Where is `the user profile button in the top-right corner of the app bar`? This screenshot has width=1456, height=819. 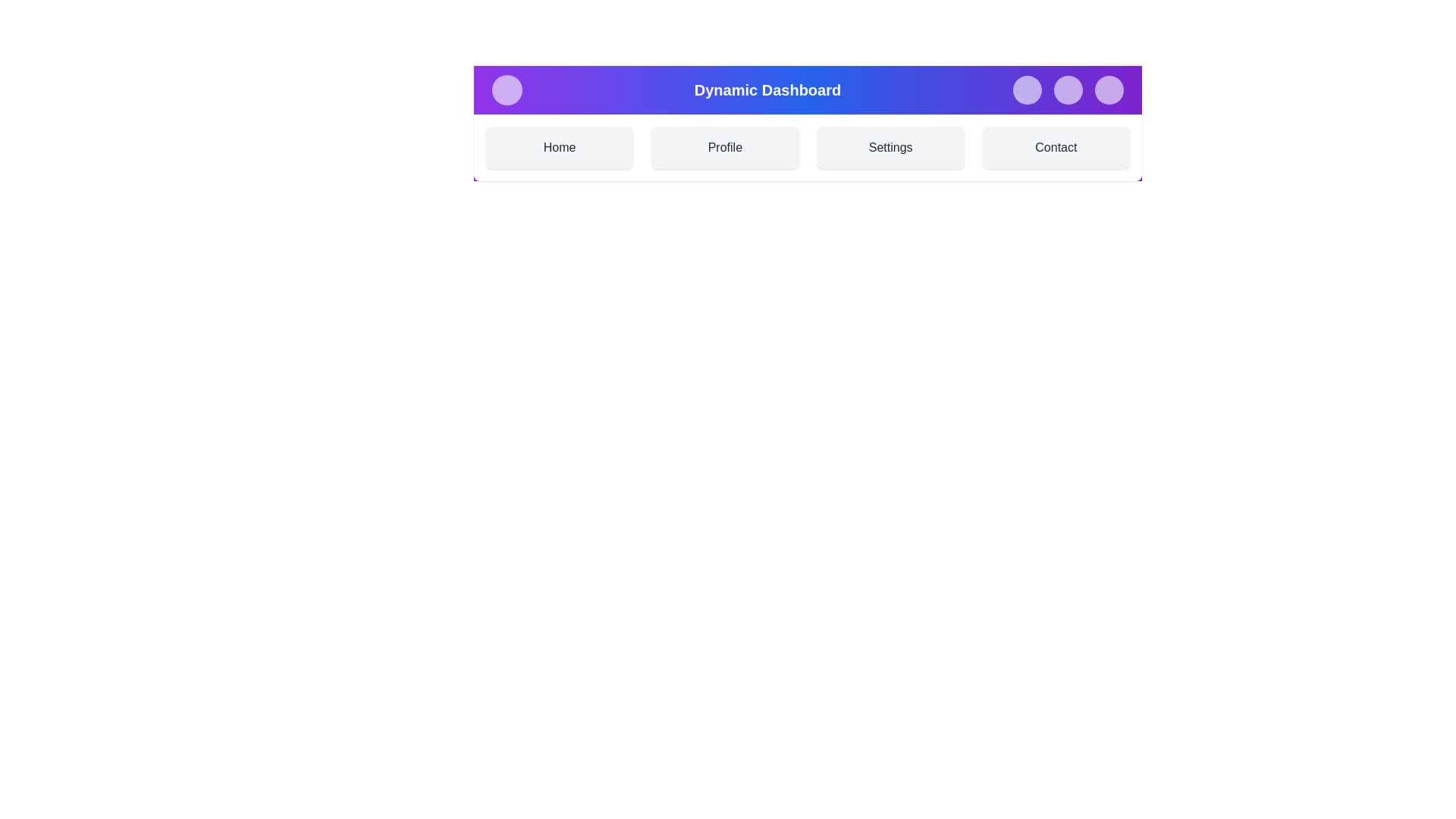 the user profile button in the top-right corner of the app bar is located at coordinates (1109, 90).